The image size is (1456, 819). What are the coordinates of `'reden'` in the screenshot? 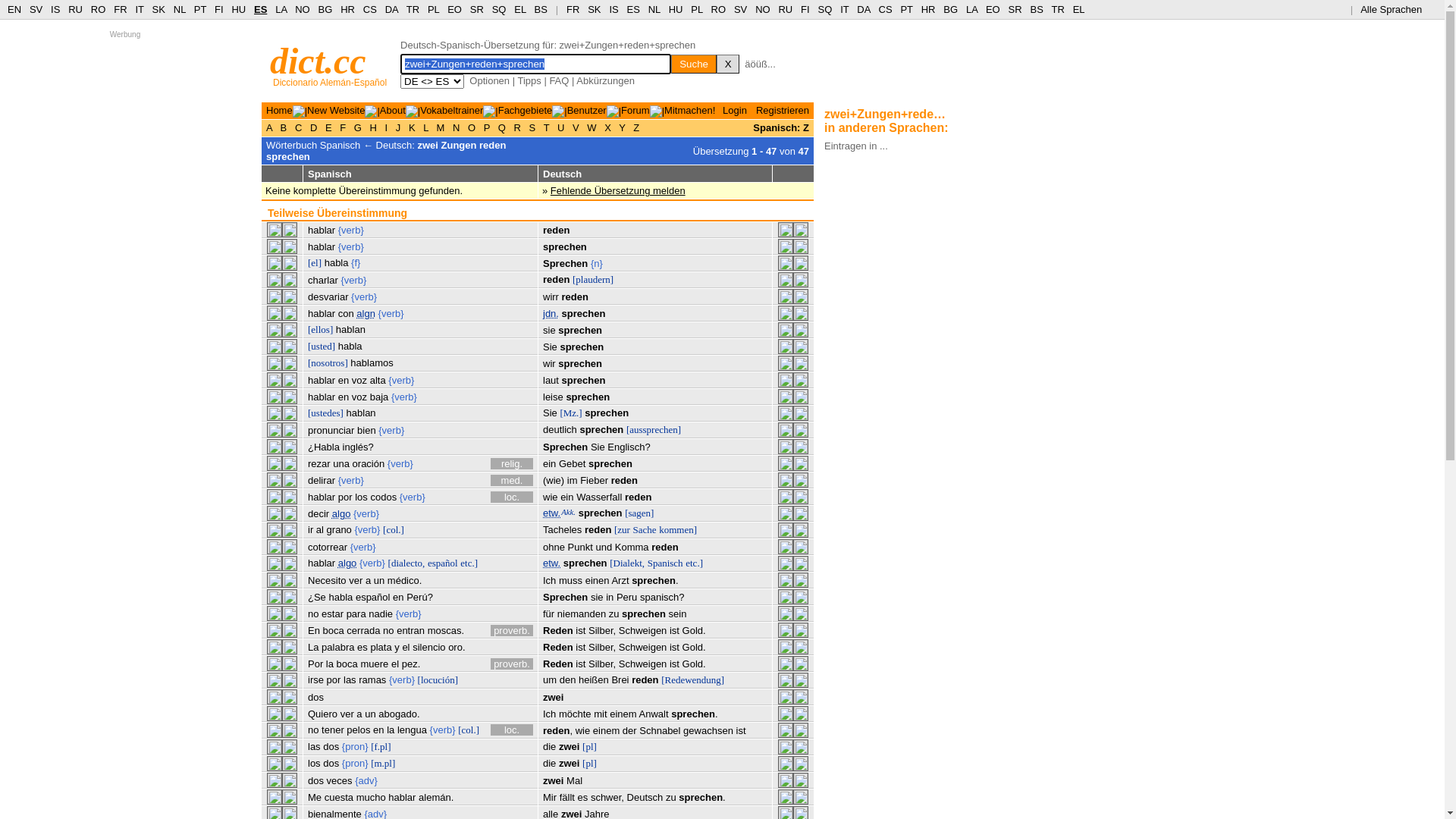 It's located at (638, 497).